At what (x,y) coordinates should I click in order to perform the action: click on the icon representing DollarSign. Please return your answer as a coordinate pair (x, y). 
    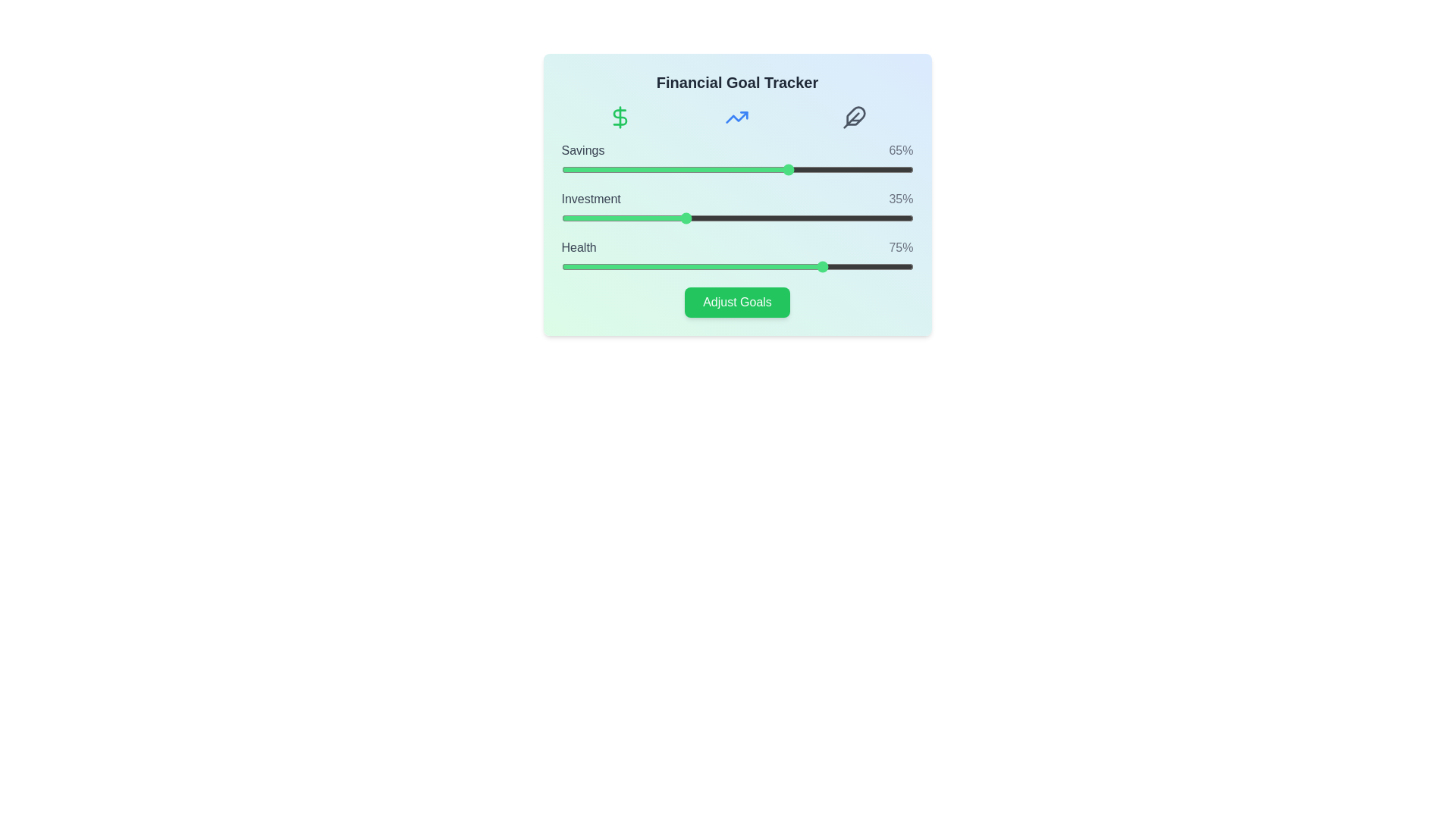
    Looking at the image, I should click on (620, 116).